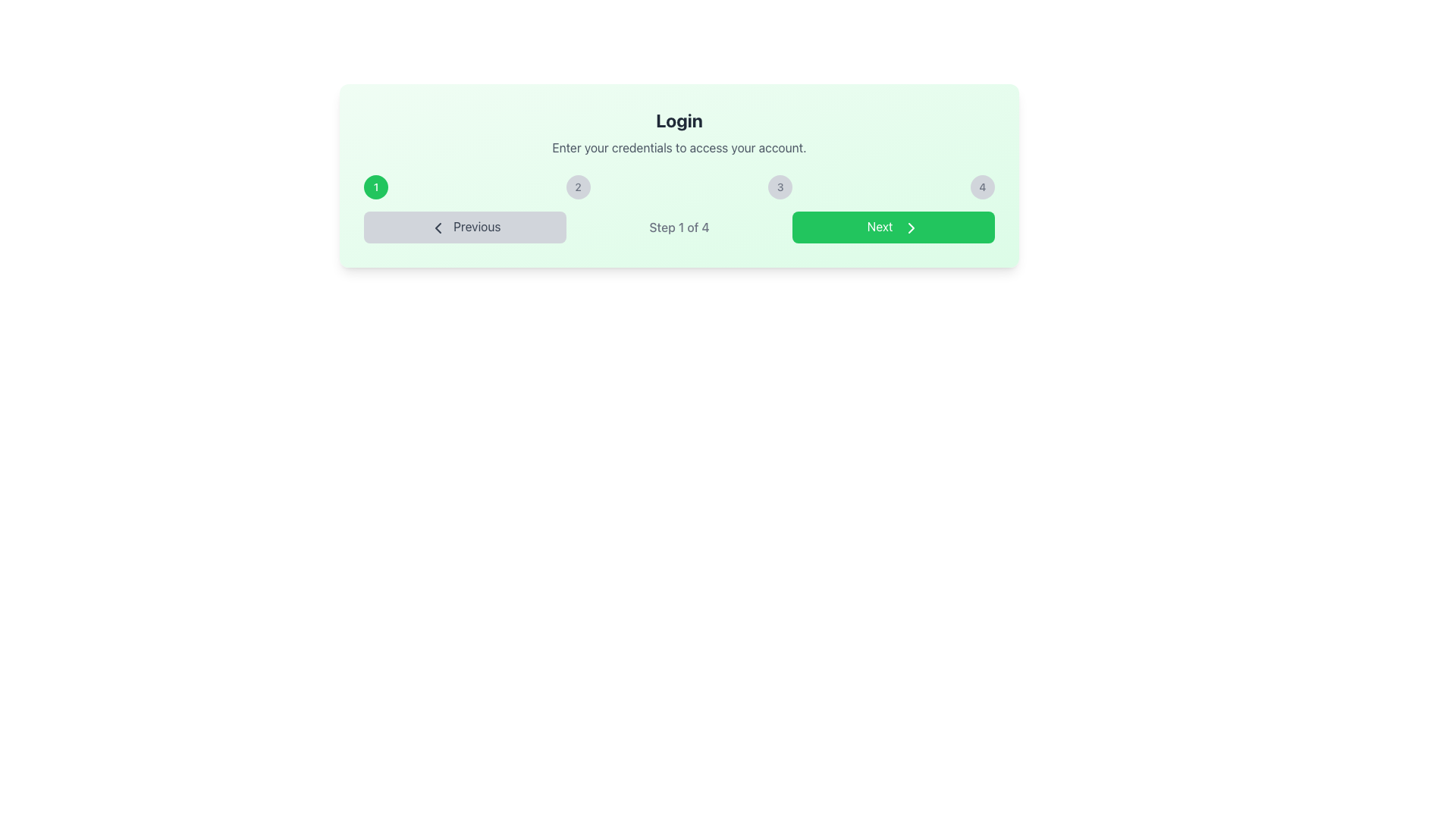  What do you see at coordinates (577, 186) in the screenshot?
I see `the second step indicator button in the multi-step process, positioned horizontally between the buttons labeled '1' and '3'` at bounding box center [577, 186].